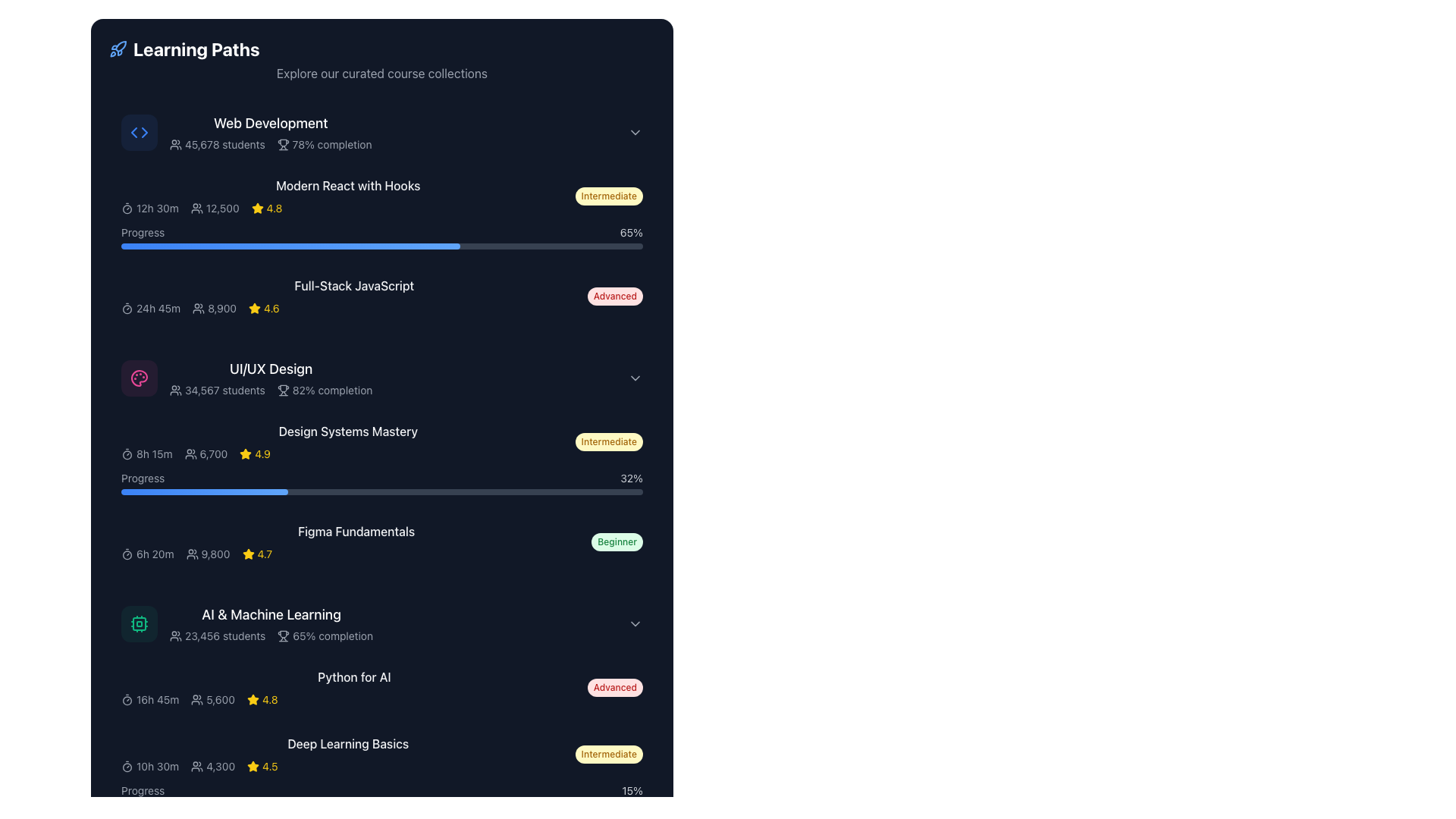 This screenshot has width=1456, height=819. Describe the element at coordinates (134, 131) in the screenshot. I see `the left-oriented arrow icon located at the left edge of the Web Development section` at that location.